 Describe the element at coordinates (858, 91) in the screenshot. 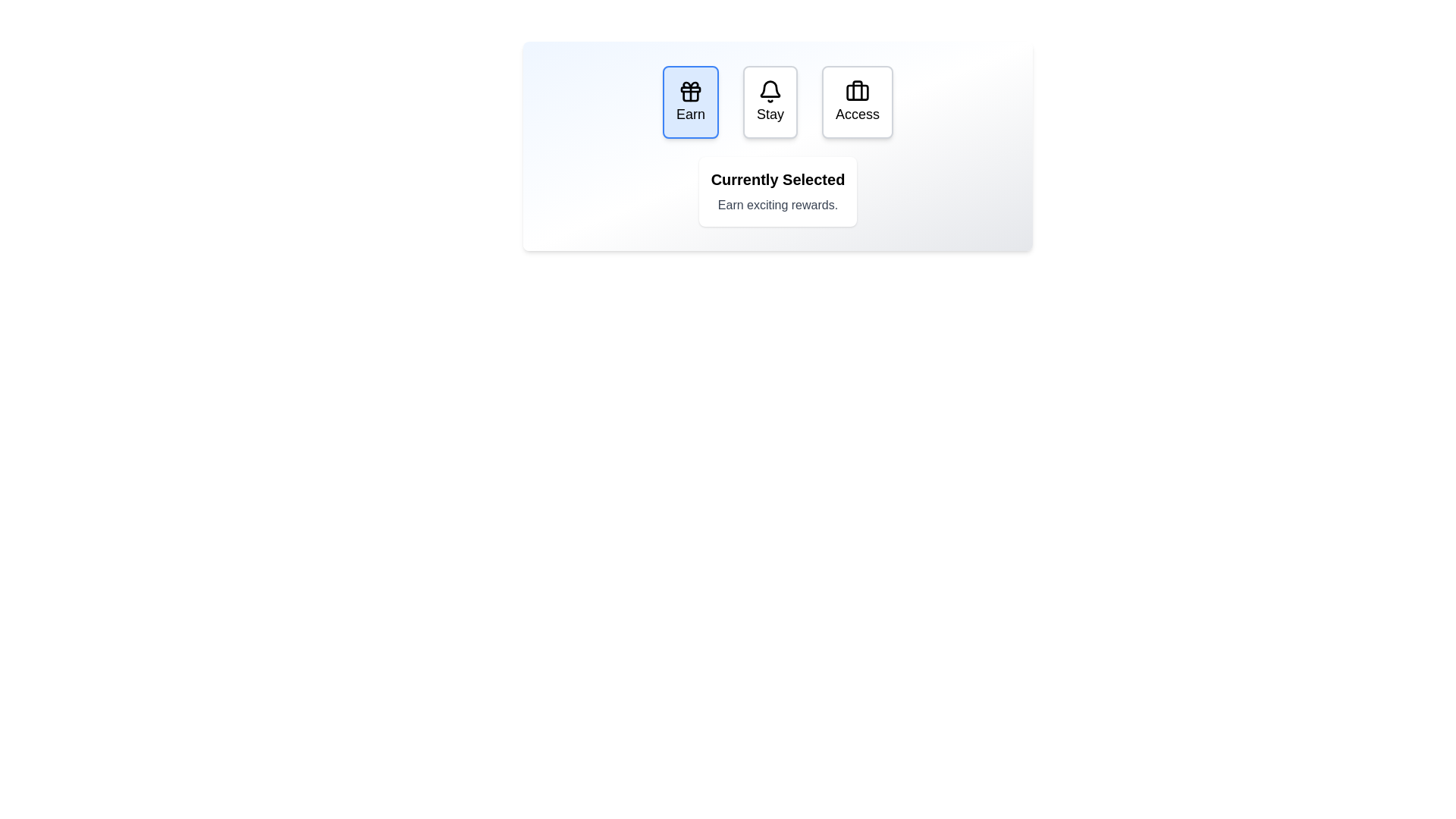

I see `the briefcase icon located in the 'Access' card, which is the third card in a horizontal row of three interactive cards` at that location.